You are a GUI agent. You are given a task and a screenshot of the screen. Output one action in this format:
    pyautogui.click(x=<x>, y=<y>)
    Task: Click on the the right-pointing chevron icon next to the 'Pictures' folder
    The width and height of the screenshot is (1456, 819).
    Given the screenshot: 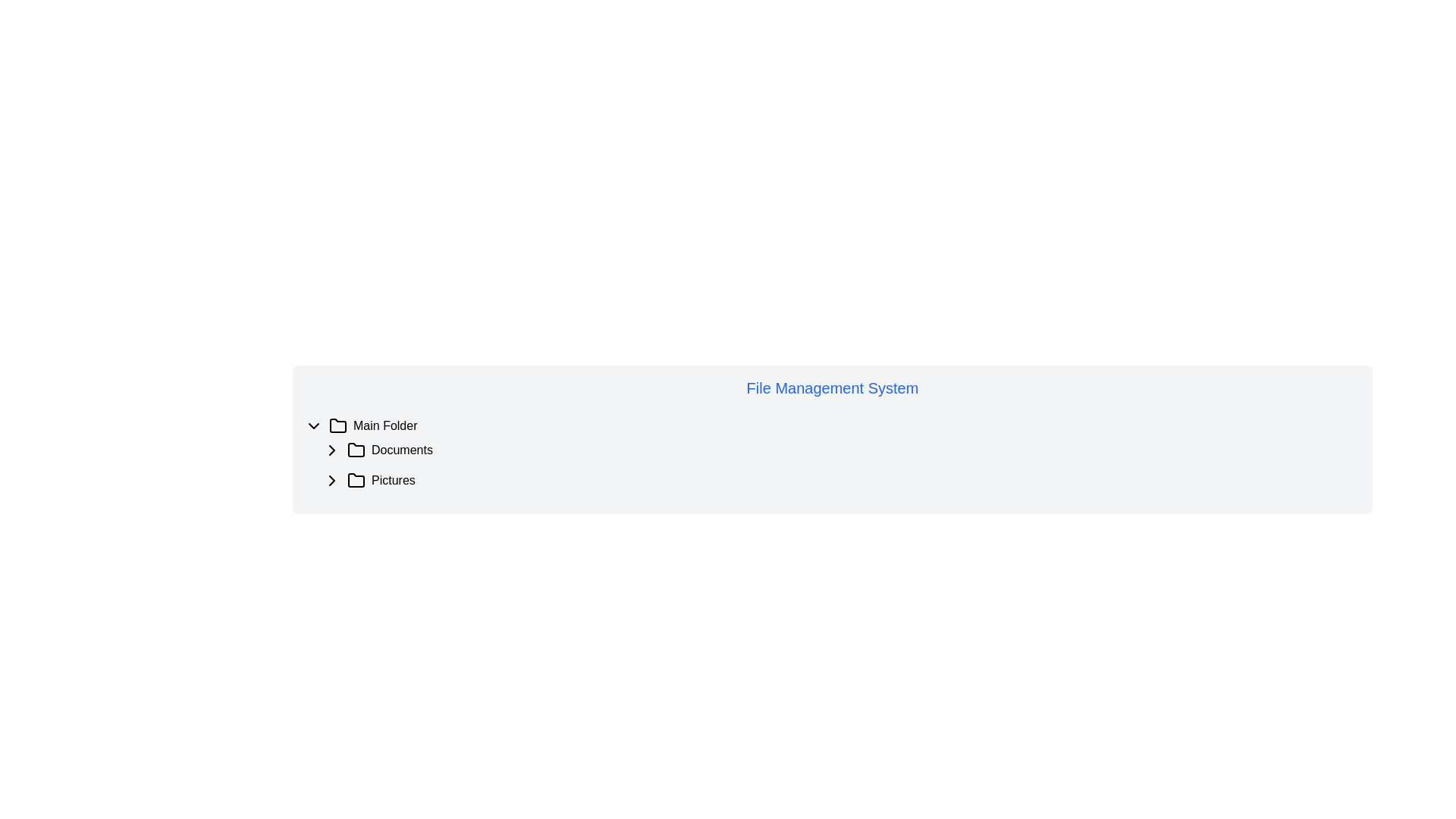 What is the action you would take?
    pyautogui.click(x=331, y=480)
    